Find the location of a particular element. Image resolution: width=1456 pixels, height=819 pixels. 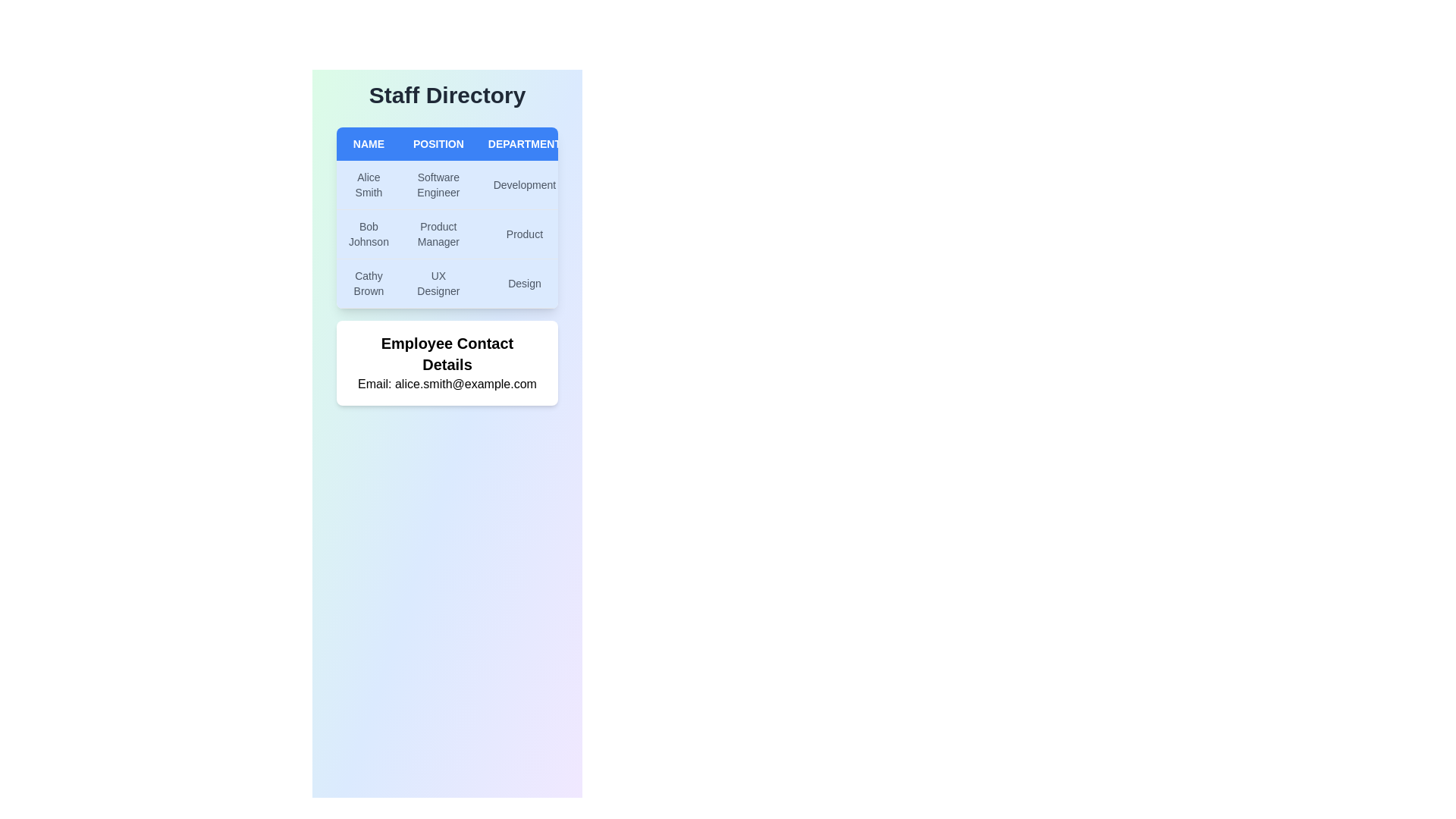

the text label displaying 'Bob Johnson', which is styled in a consistent font against a light blue background, located in the second row, first column of the table, under 'Alice Smith' is located at coordinates (369, 234).